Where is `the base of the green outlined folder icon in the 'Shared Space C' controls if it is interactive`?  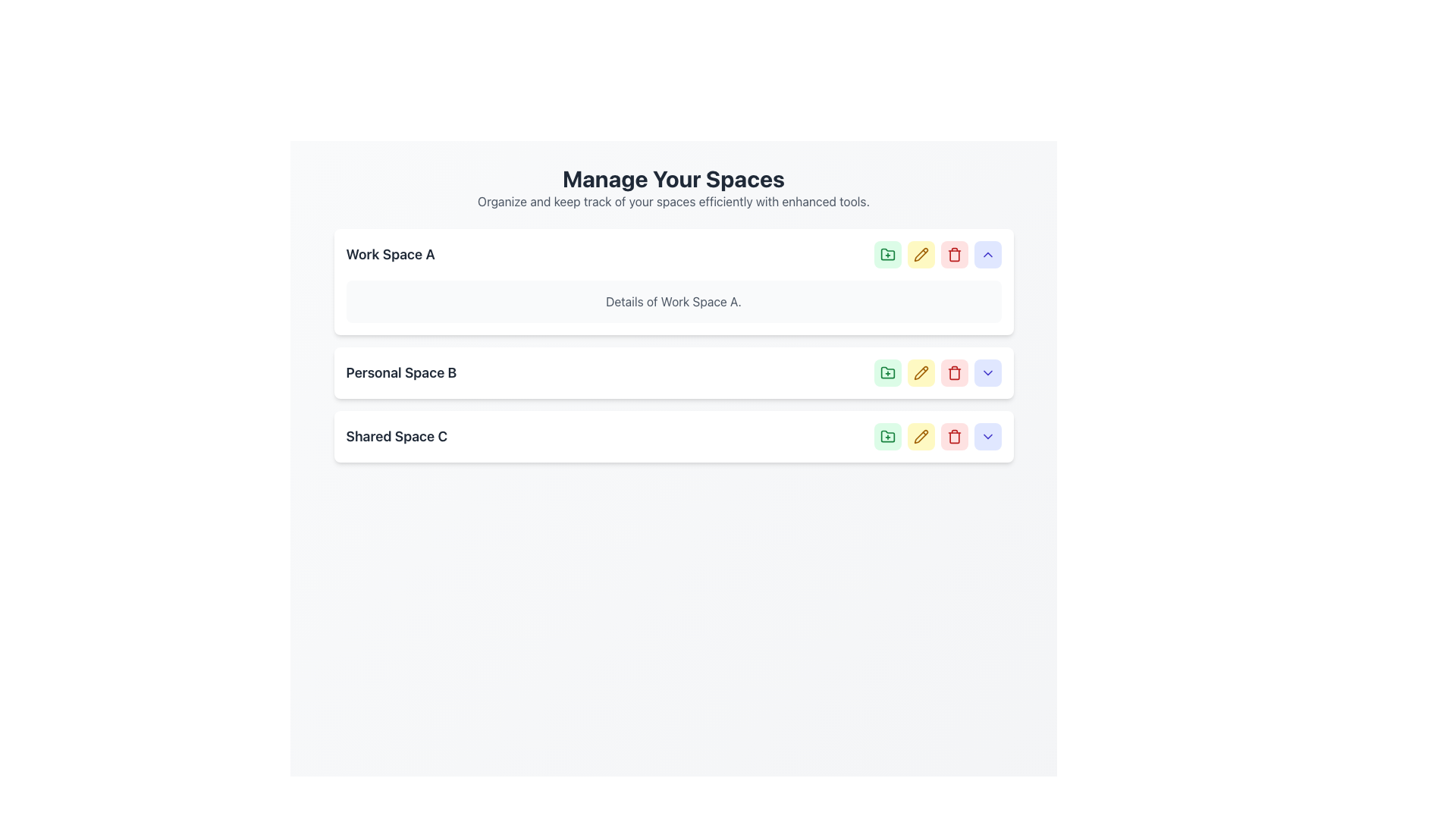 the base of the green outlined folder icon in the 'Shared Space C' controls if it is interactive is located at coordinates (887, 436).